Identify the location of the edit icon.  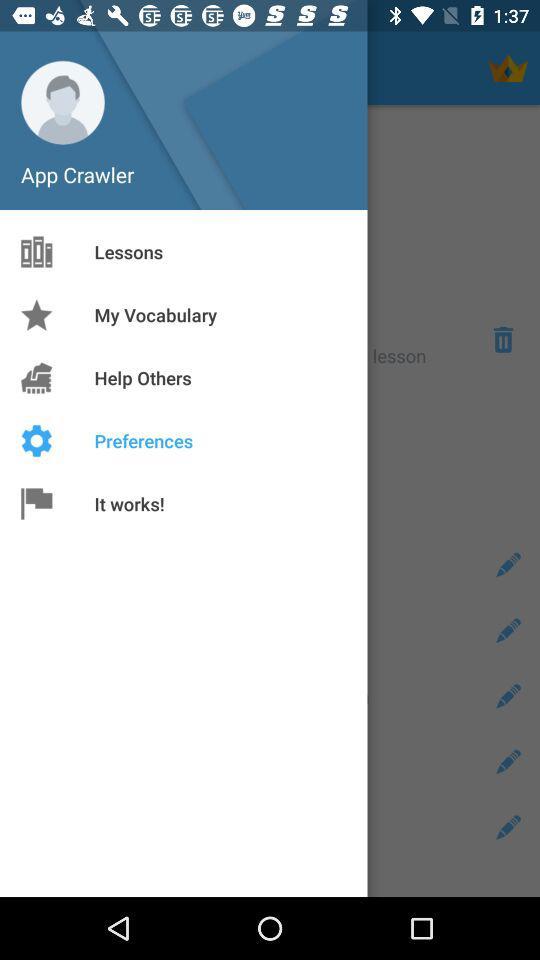
(508, 565).